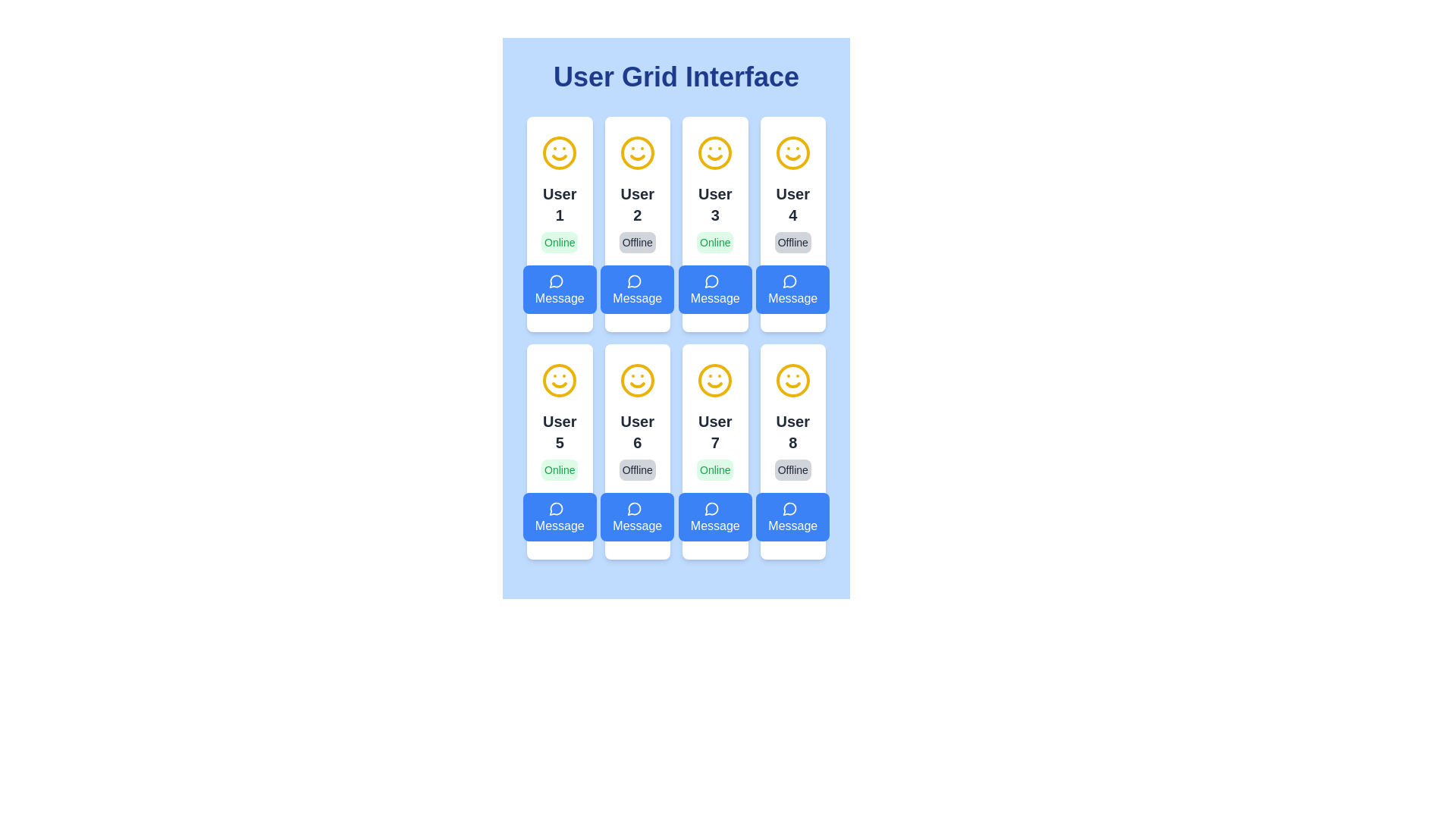  Describe the element at coordinates (634, 281) in the screenshot. I see `the SVG icon resembling a speech bubble within the 'Message' button` at that location.